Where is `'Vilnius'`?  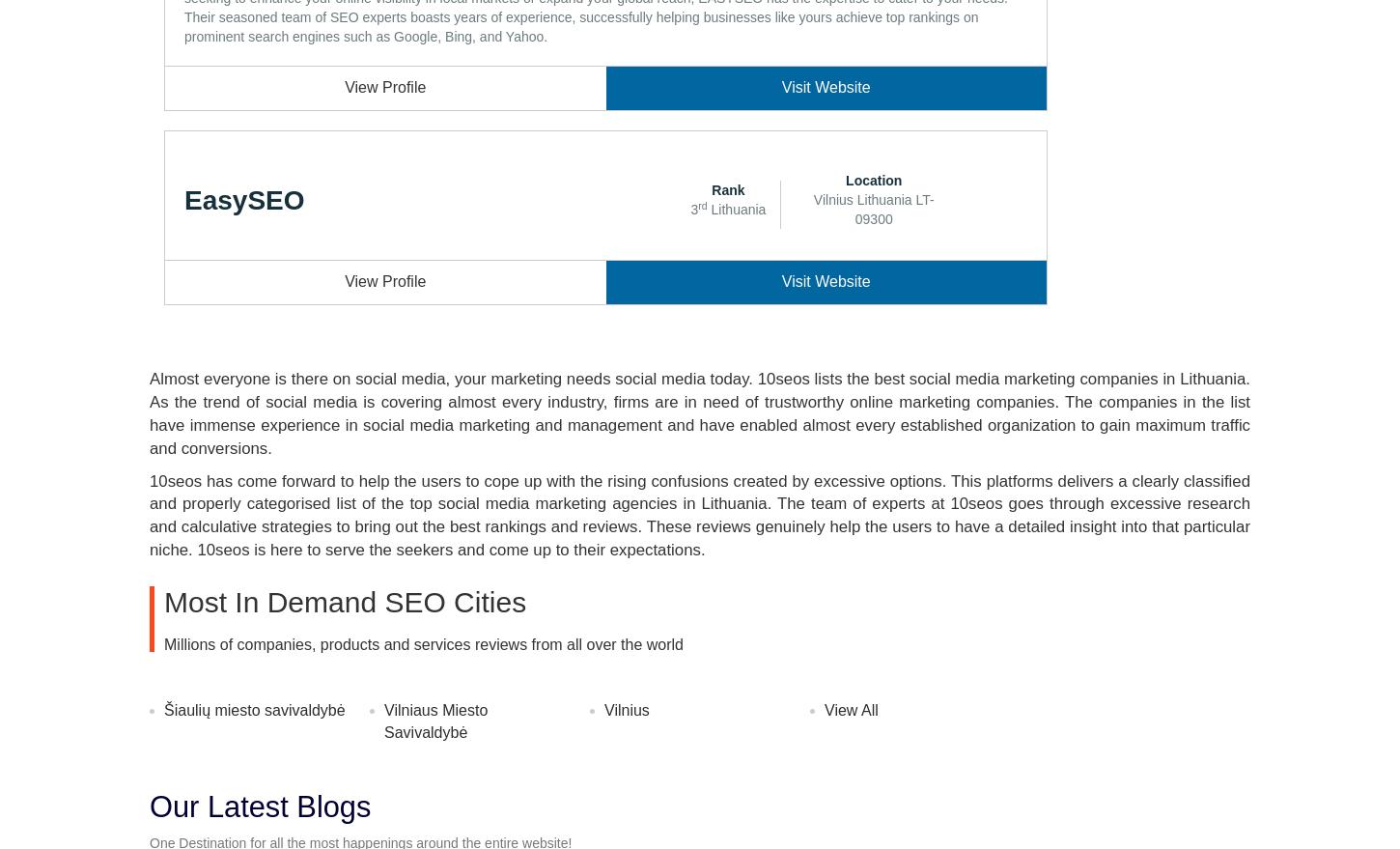 'Vilnius' is located at coordinates (602, 709).